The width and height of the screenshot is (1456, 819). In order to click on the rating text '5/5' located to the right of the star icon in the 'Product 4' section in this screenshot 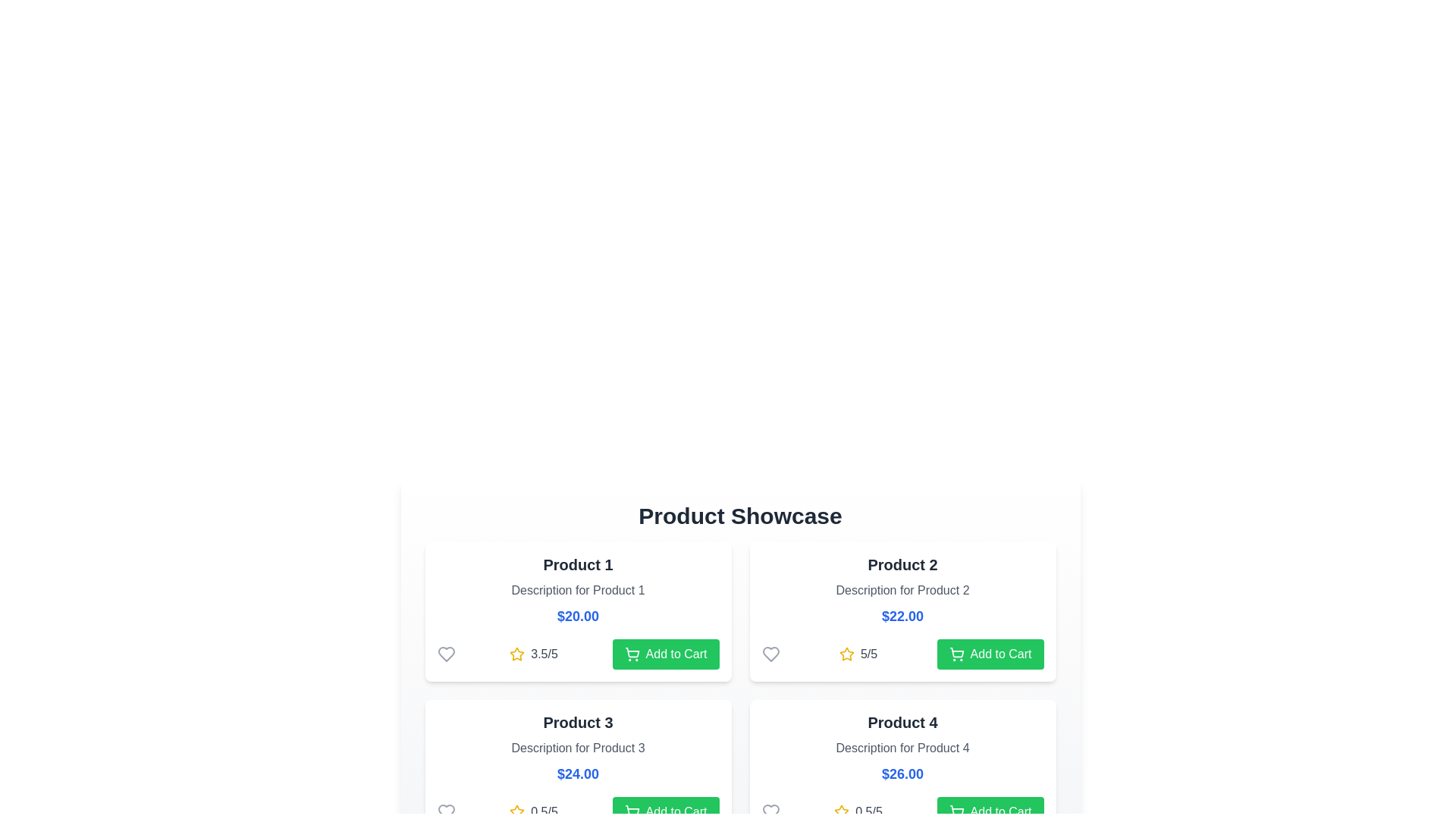, I will do `click(869, 654)`.